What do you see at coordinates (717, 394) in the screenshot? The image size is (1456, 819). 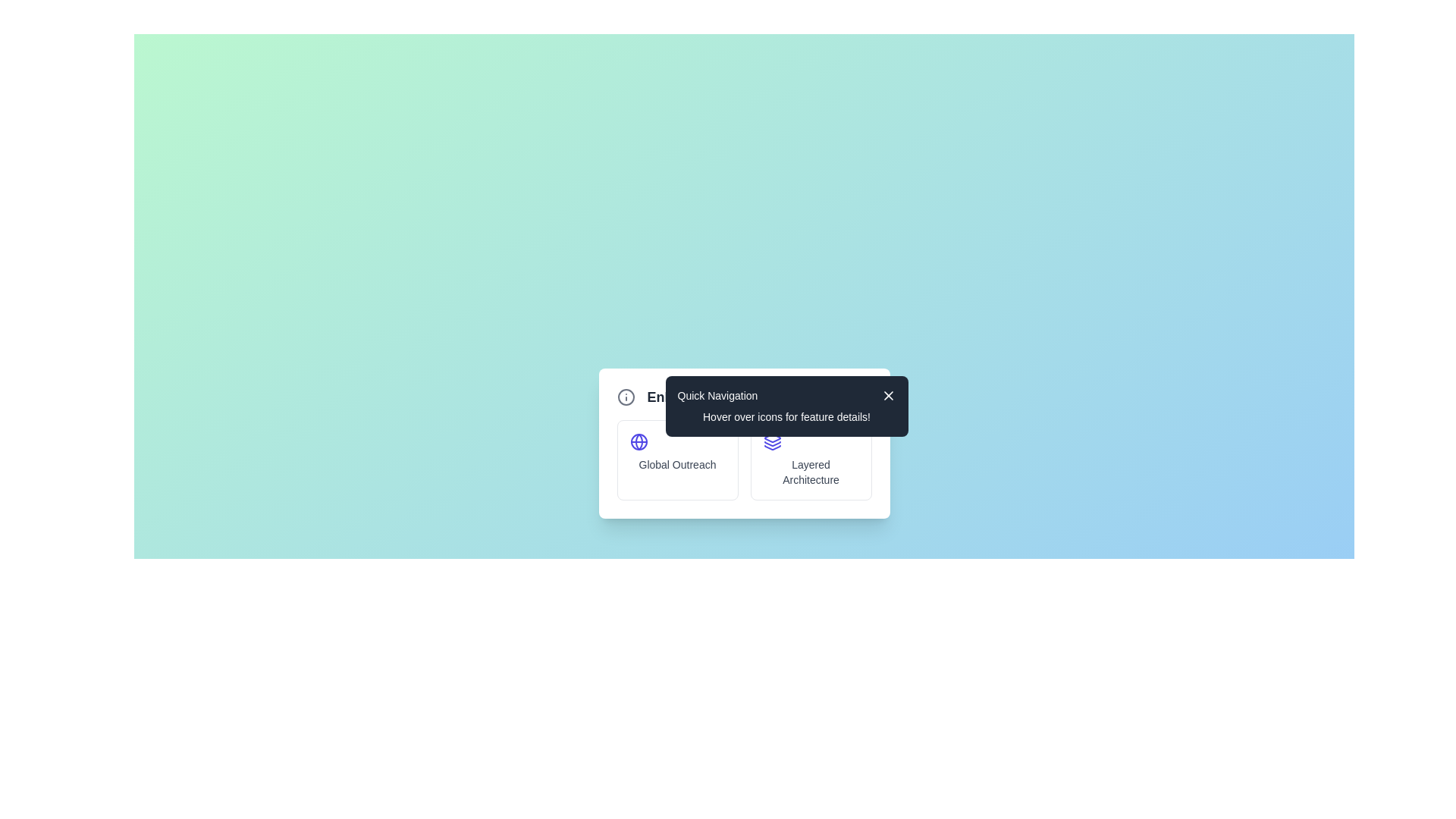 I see `the text label located at the upper-center part of the dark header panel to trigger further information display` at bounding box center [717, 394].